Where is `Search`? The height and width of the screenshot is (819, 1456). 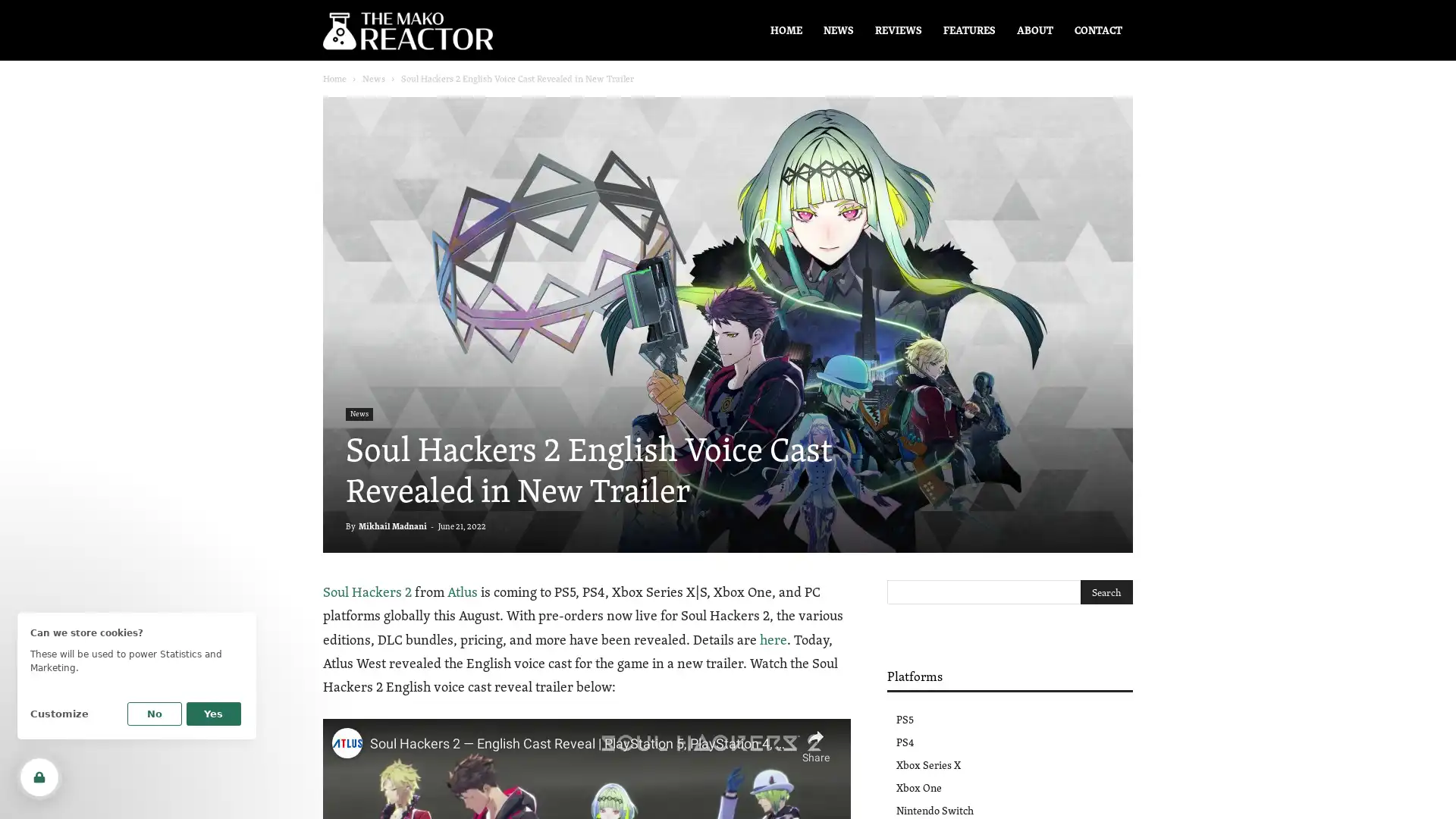 Search is located at coordinates (1106, 591).